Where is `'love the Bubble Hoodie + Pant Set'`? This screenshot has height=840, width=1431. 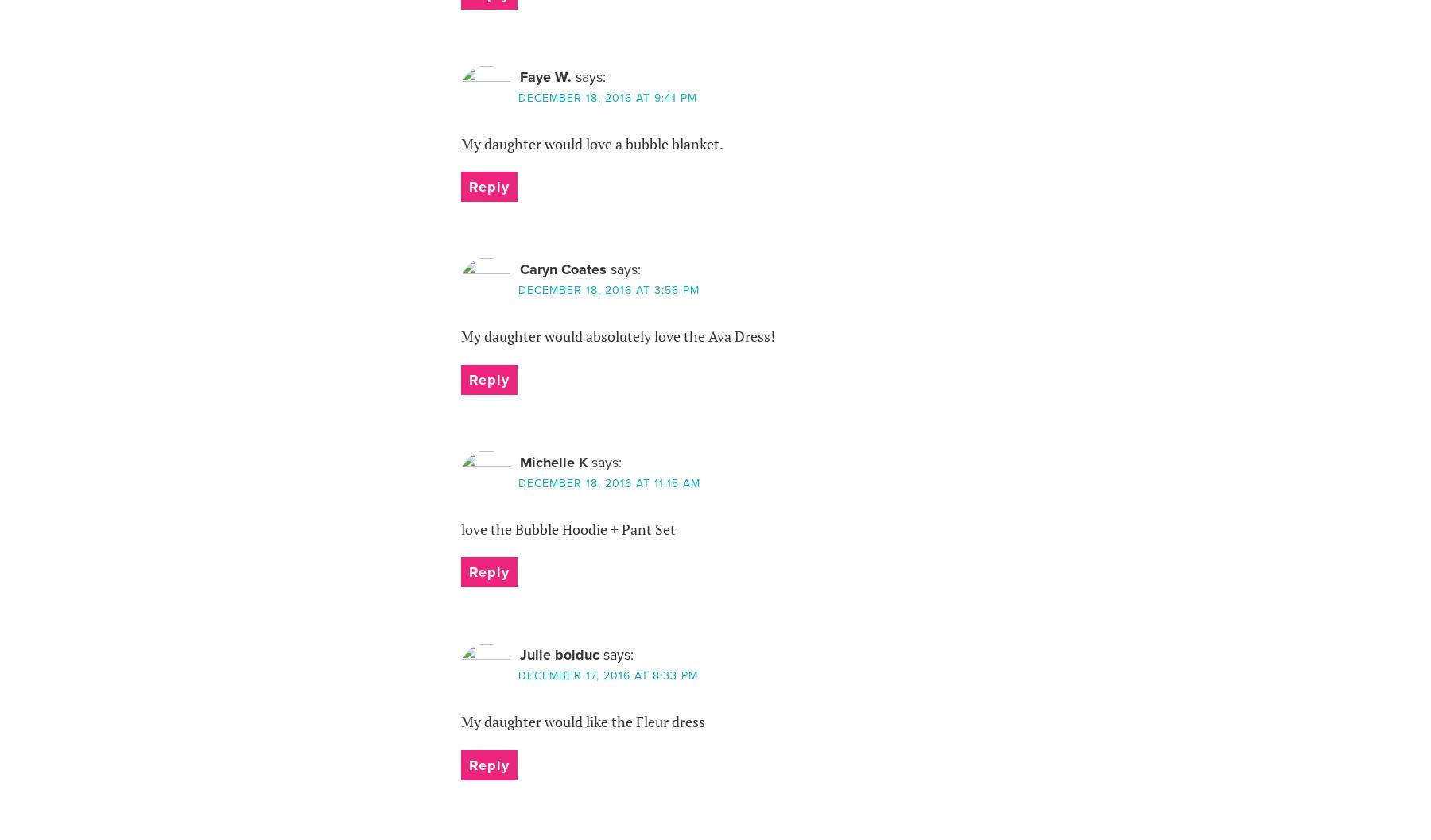
'love the Bubble Hoodie + Pant Set' is located at coordinates (460, 528).